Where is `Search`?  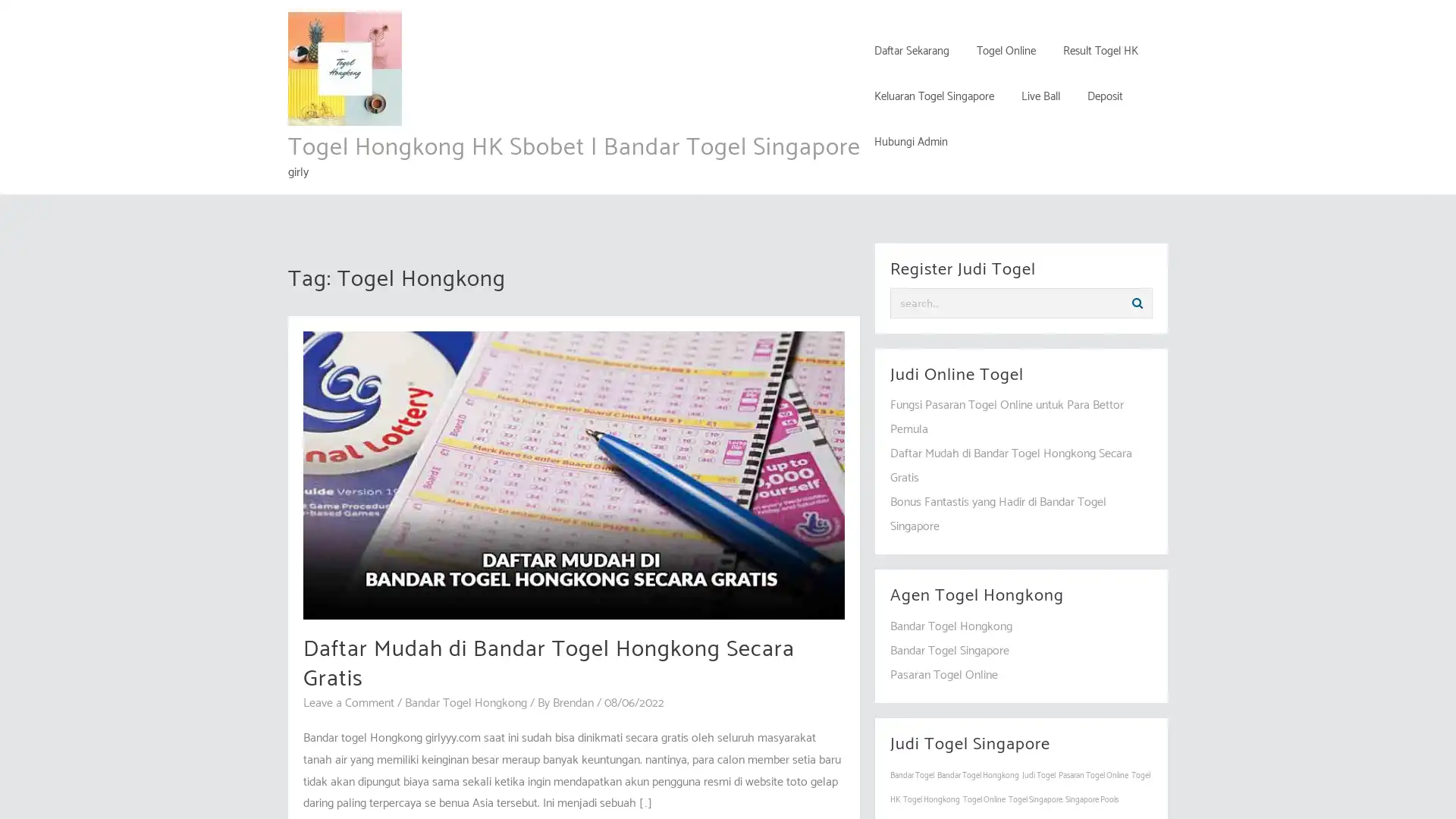
Search is located at coordinates (1137, 303).